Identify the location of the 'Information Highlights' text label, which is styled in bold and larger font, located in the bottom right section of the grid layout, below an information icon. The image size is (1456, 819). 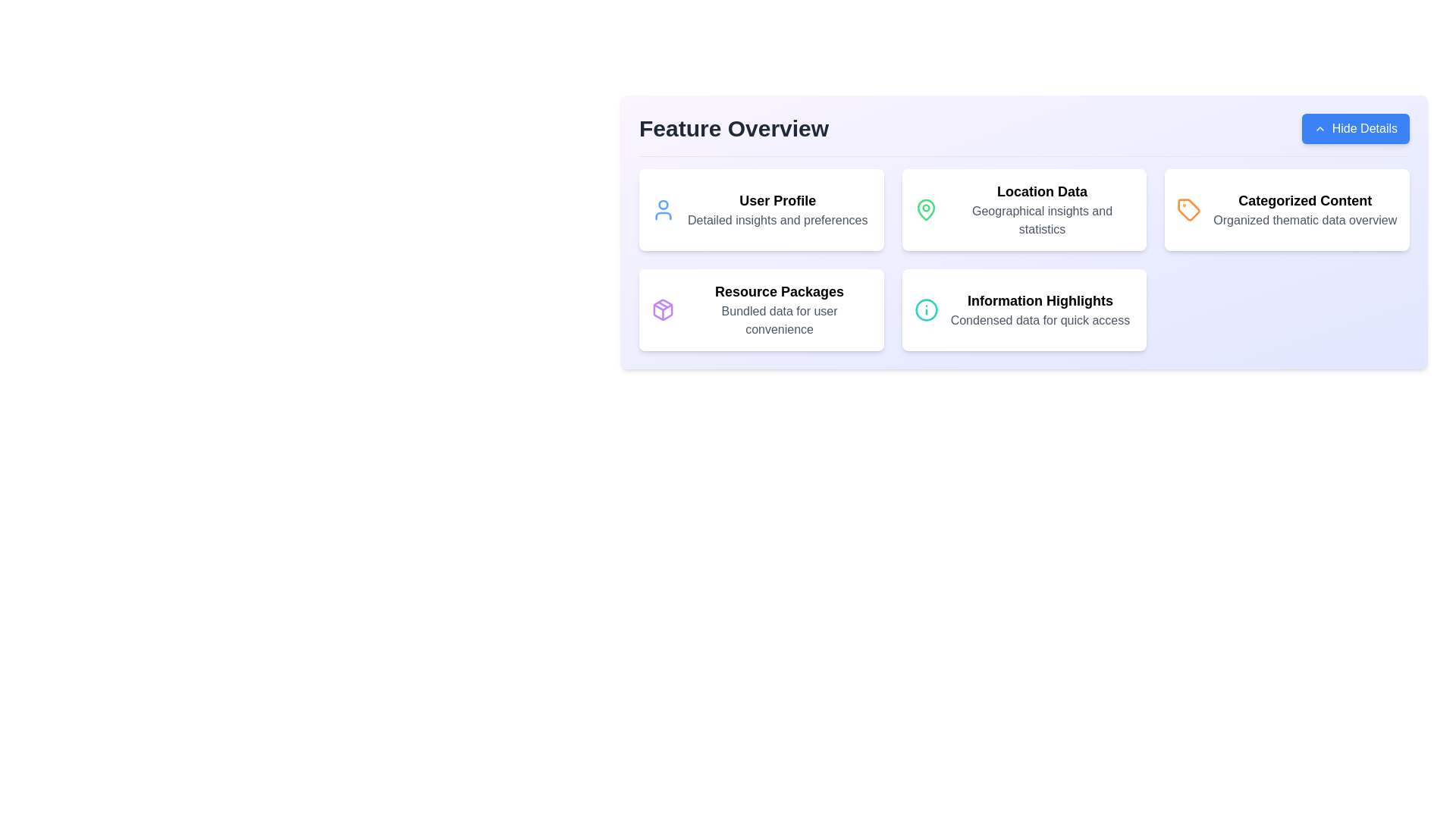
(1040, 301).